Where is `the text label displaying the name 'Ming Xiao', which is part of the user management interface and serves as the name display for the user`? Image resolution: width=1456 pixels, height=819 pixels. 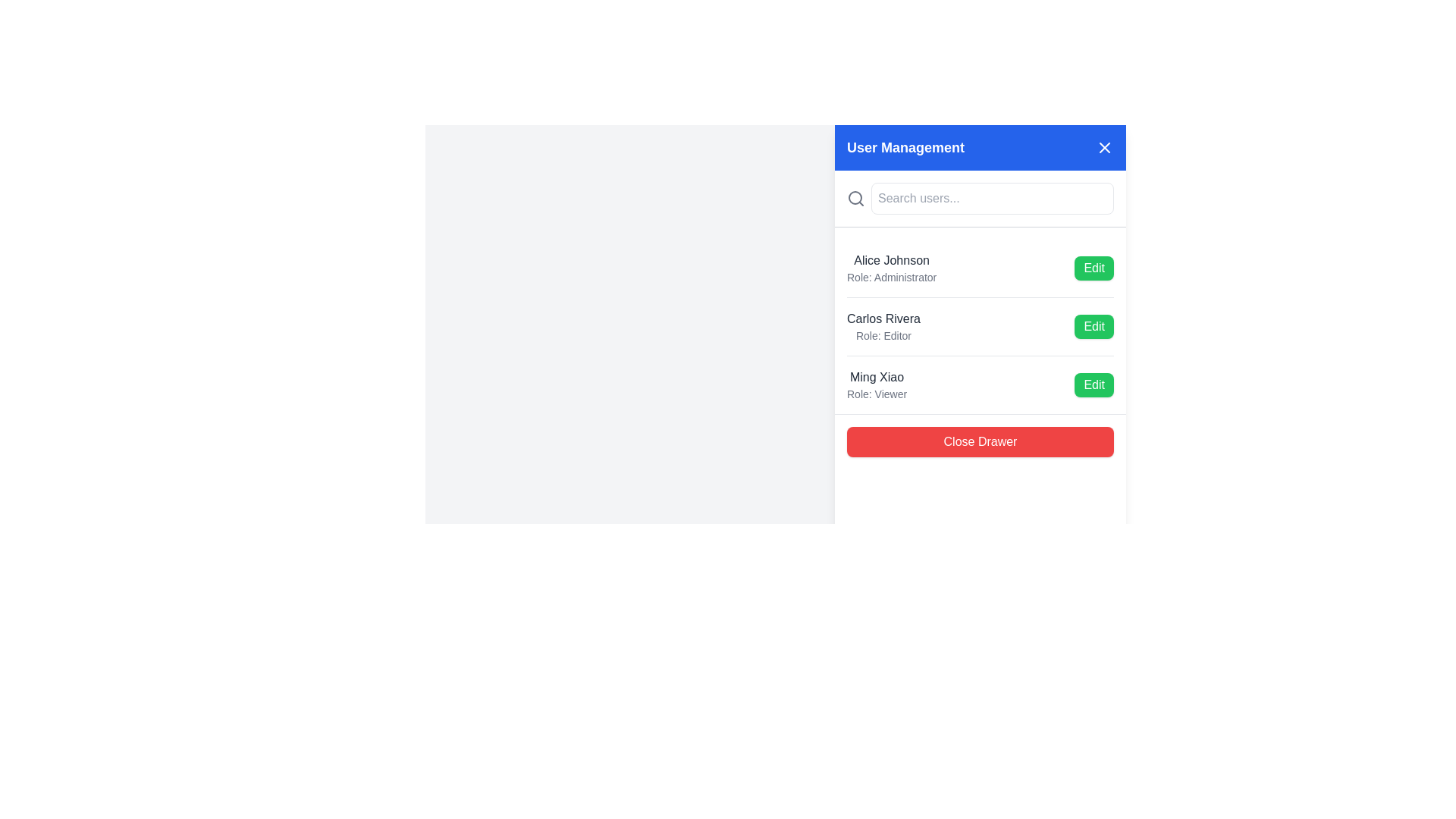
the text label displaying the name 'Ming Xiao', which is part of the user management interface and serves as the name display for the user is located at coordinates (877, 376).